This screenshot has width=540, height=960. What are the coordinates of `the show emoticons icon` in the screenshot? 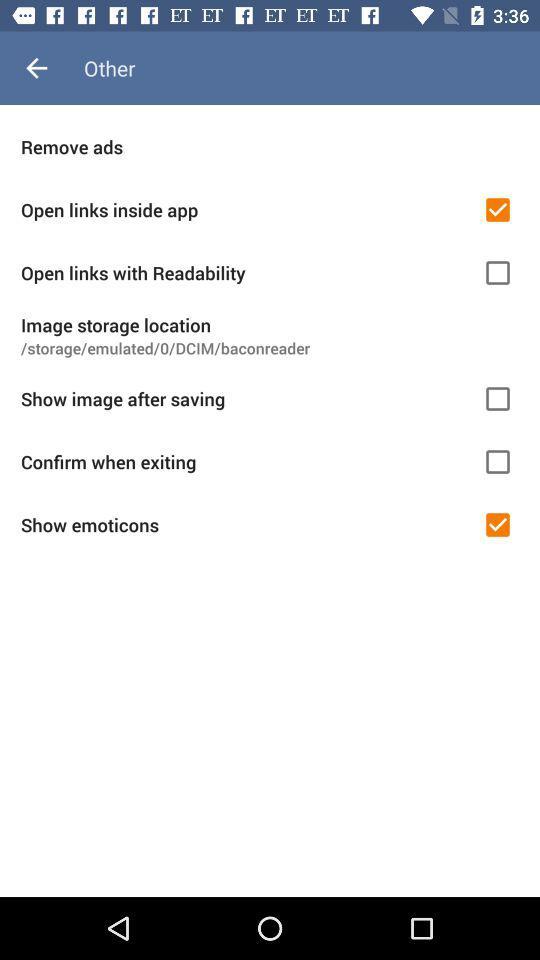 It's located at (245, 524).